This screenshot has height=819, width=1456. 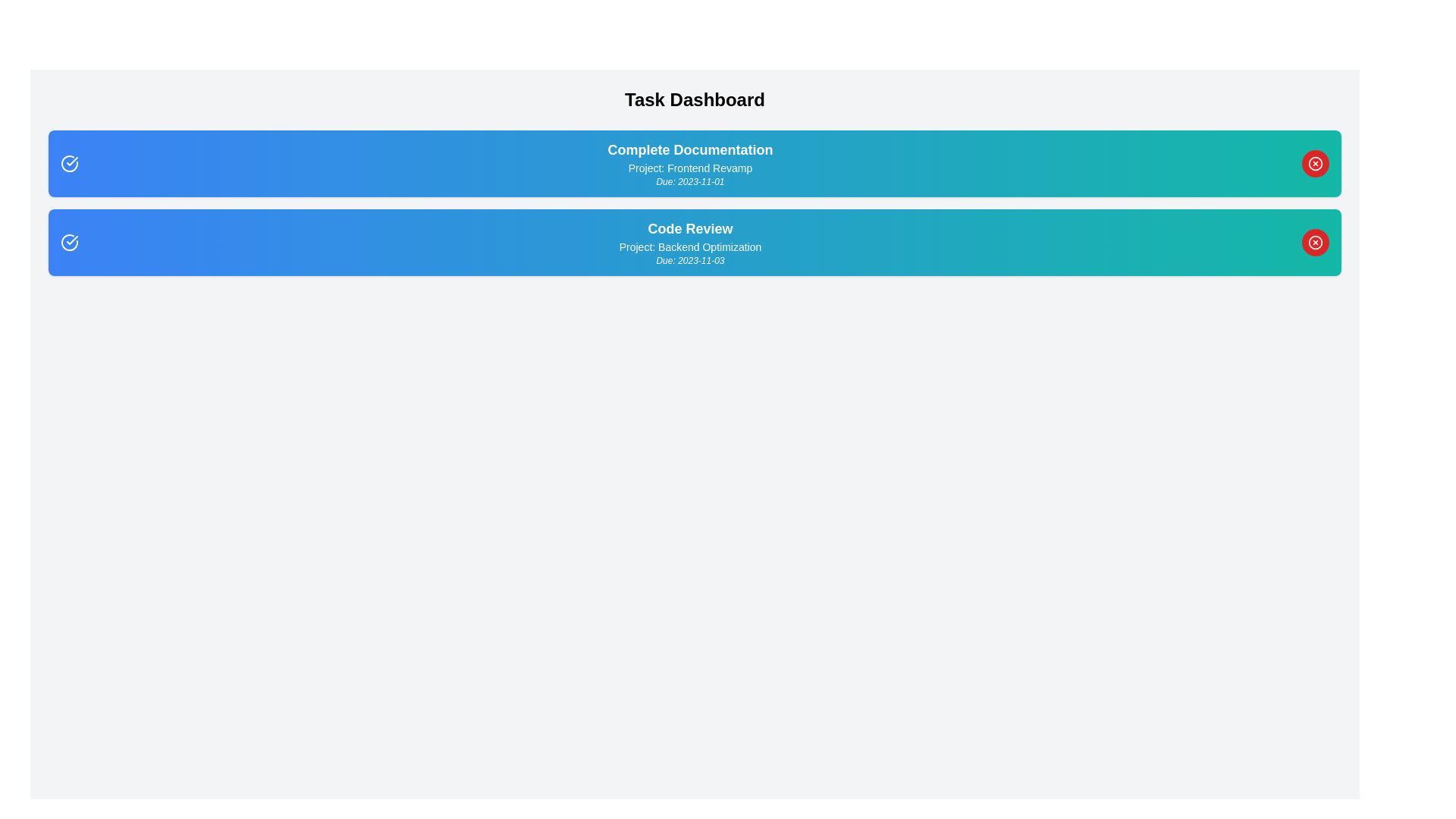 I want to click on the delete button for the task titled Complete Documentation, so click(x=1314, y=164).